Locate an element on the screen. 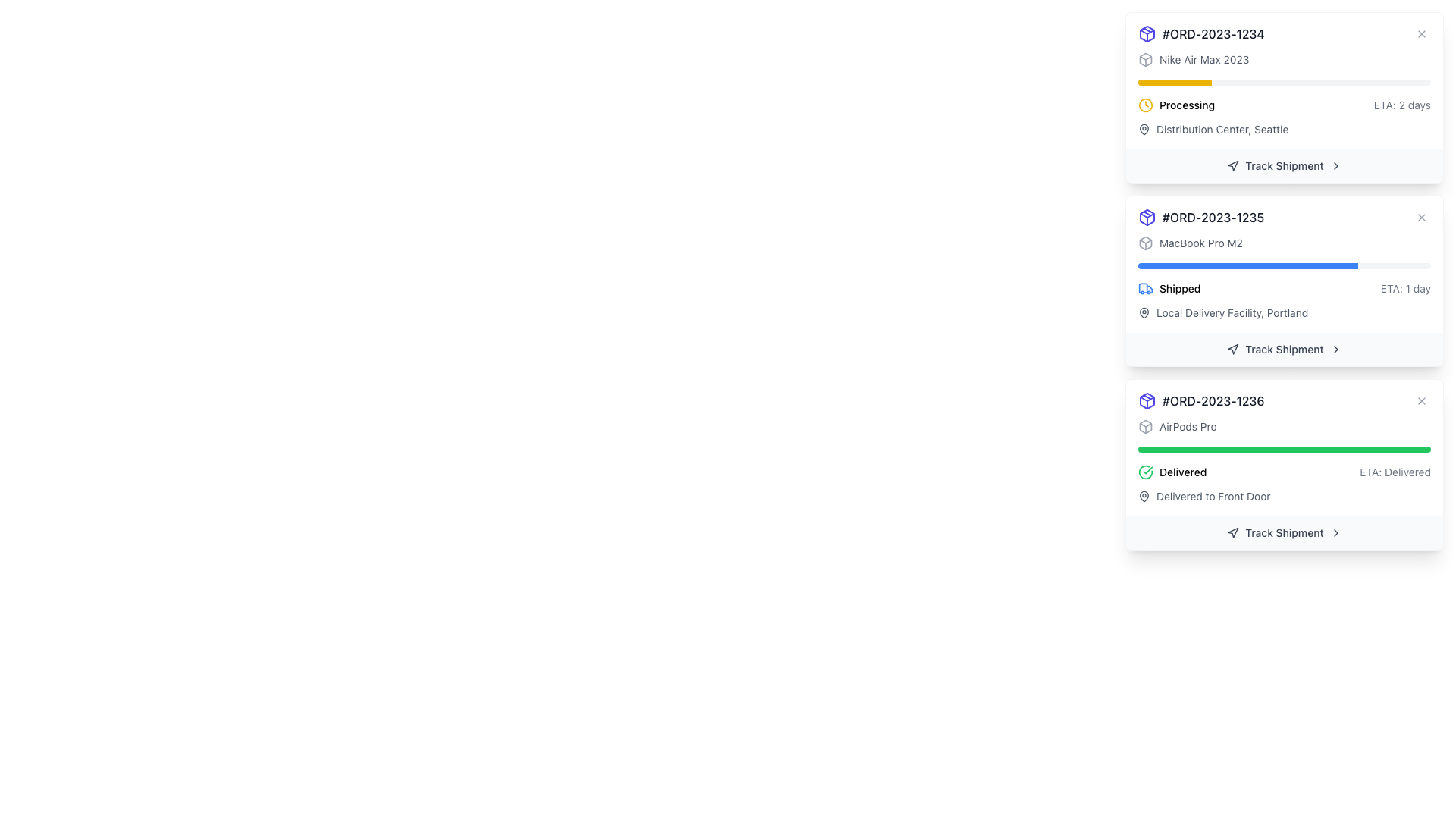 This screenshot has width=1456, height=819. the triangular navigation pointer icon located in the right area of the interface is located at coordinates (1233, 348).